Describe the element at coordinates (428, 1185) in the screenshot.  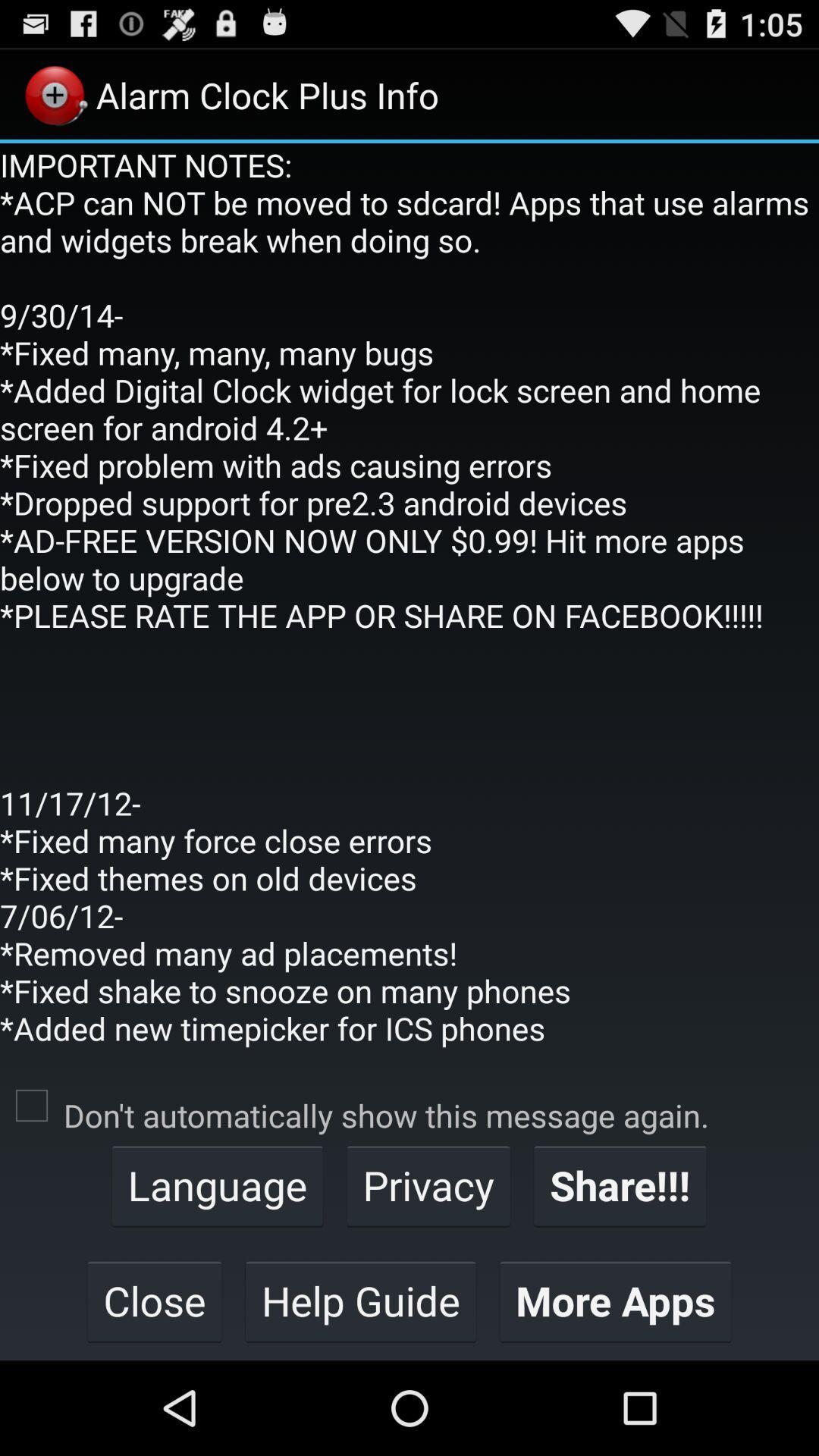
I see `button above help guide item` at that location.